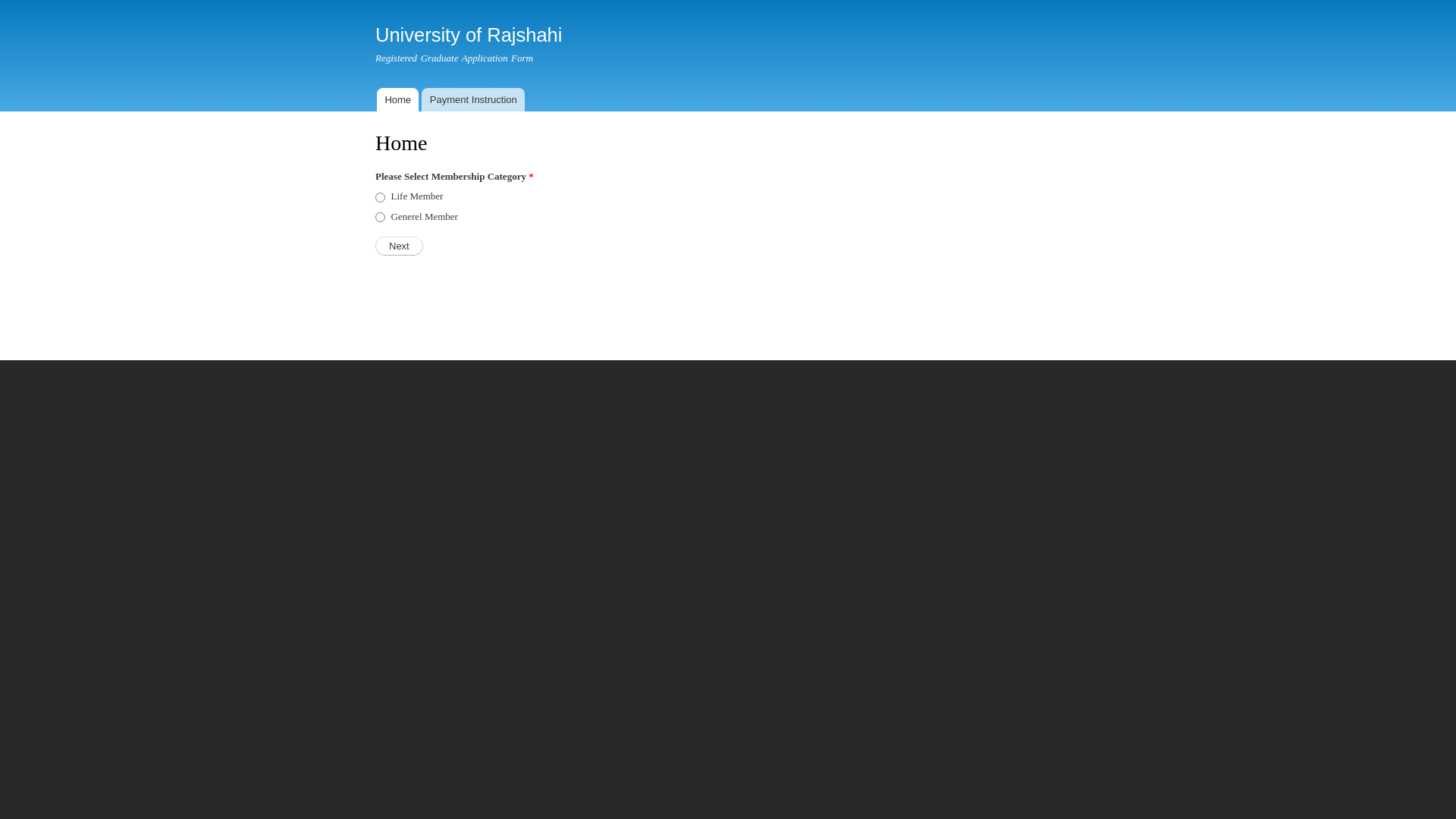 The image size is (1456, 819). Describe the element at coordinates (397, 99) in the screenshot. I see `'Home'` at that location.